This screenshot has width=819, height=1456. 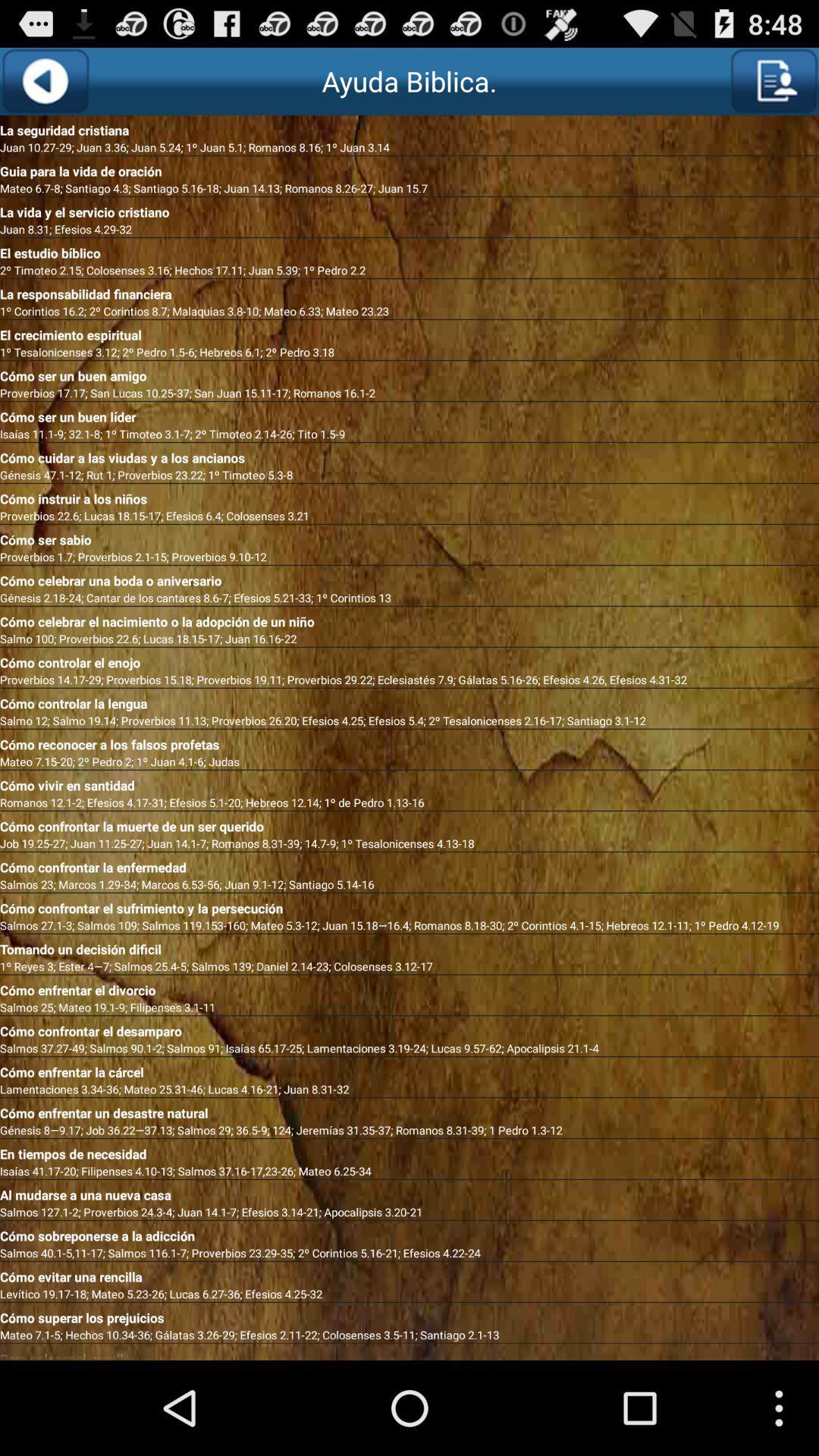 I want to click on en tiempos de app, so click(x=409, y=1150).